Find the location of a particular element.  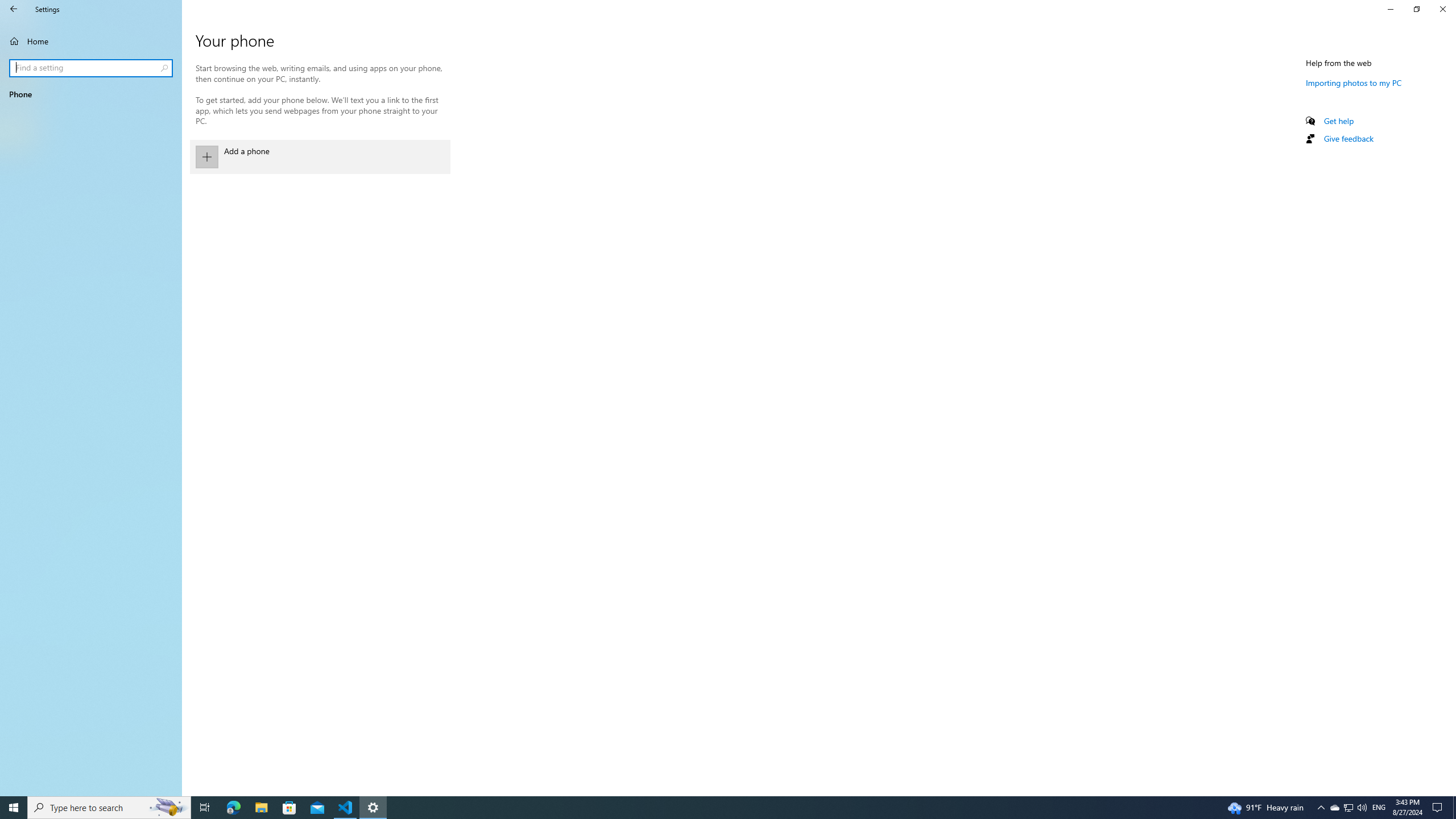

'Give feedback' is located at coordinates (1347, 138).